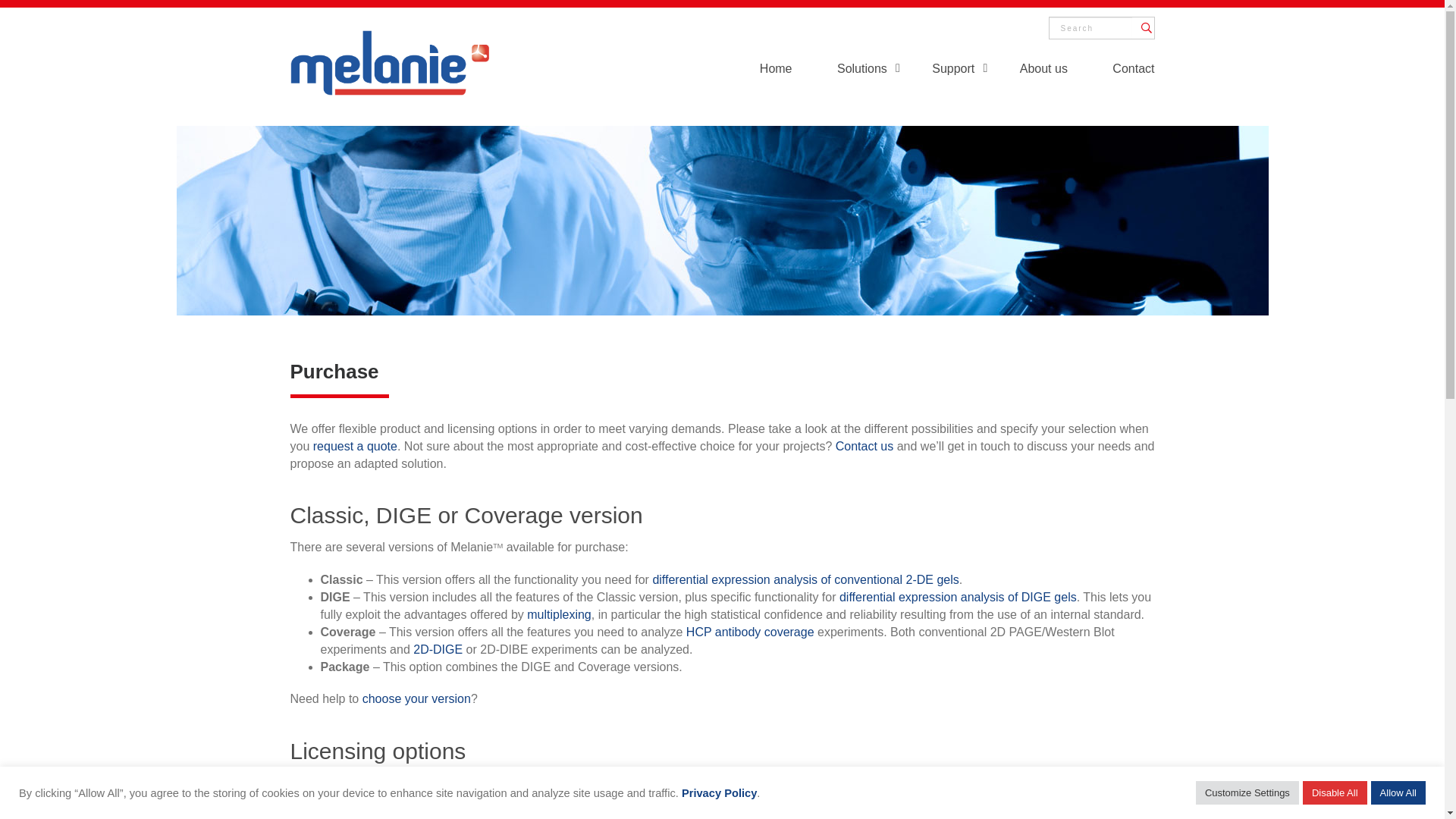 Image resolution: width=1456 pixels, height=819 pixels. What do you see at coordinates (413, 648) in the screenshot?
I see `'2D-DIGE'` at bounding box center [413, 648].